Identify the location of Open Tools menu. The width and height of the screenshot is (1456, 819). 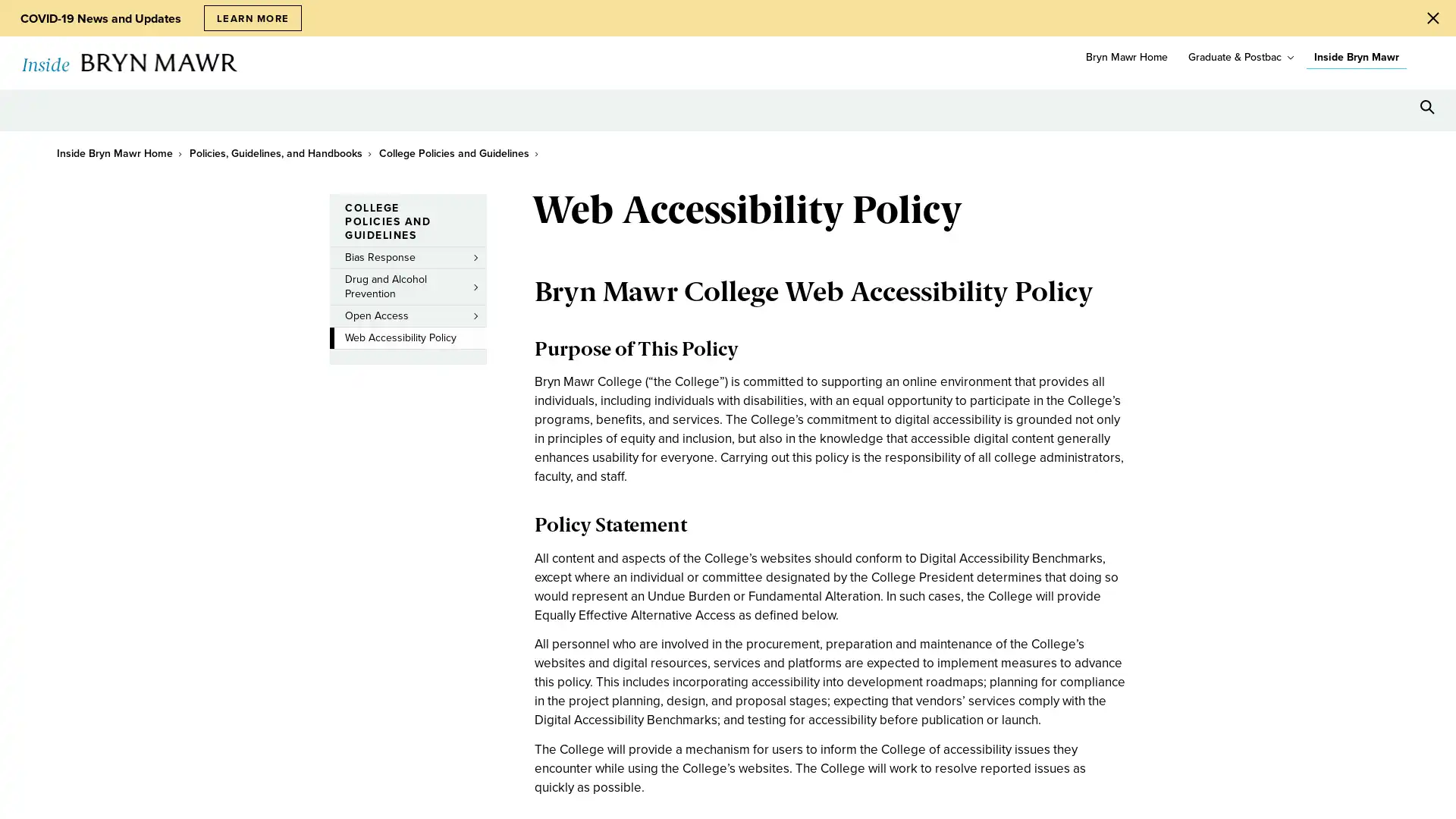
(1351, 105).